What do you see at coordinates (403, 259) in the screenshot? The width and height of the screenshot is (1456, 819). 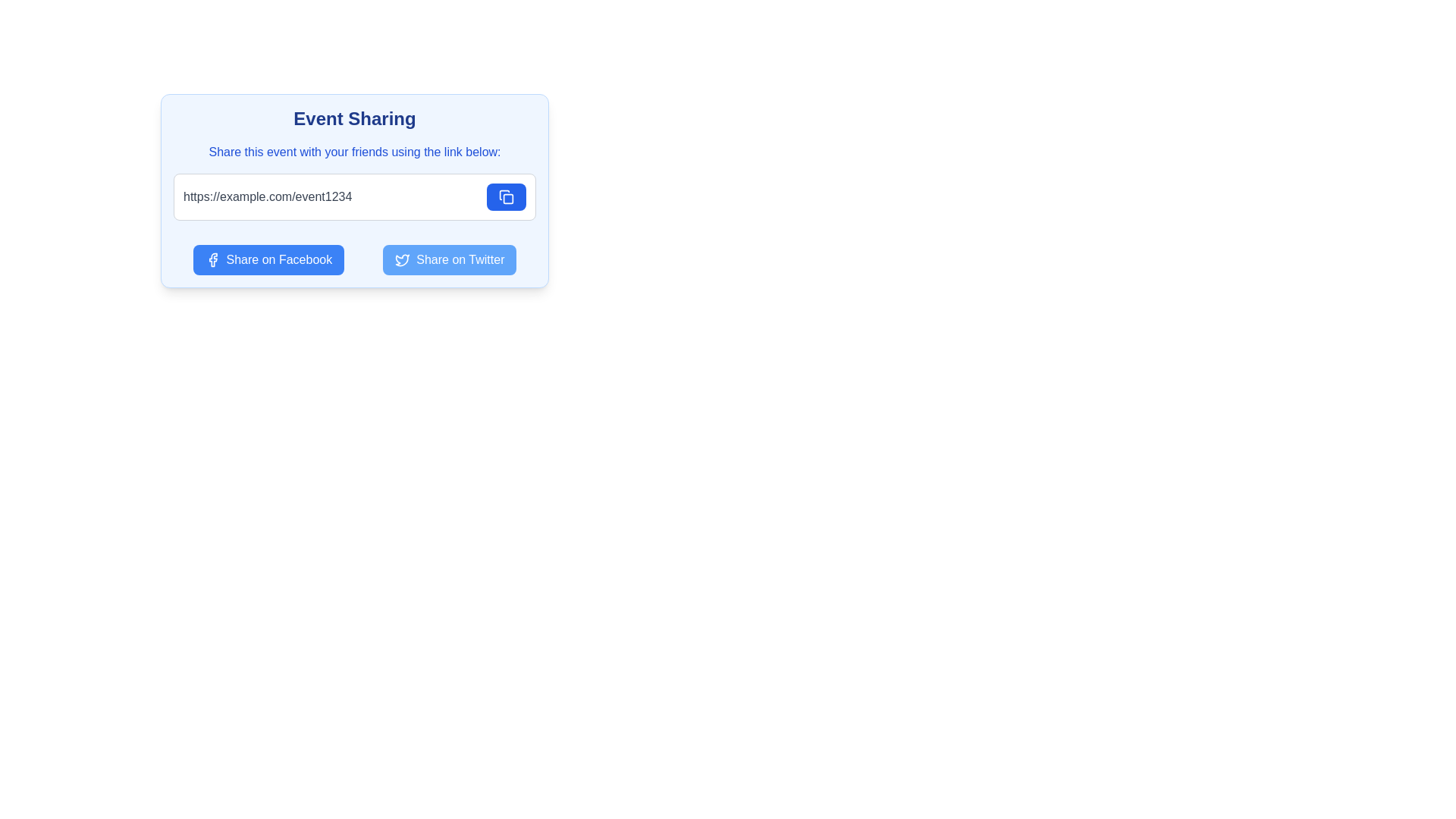 I see `the Twitter sharing icon, which is a white bird on a blue circular background, located within the 'Share on Twitter' button at the bottom-right section of the sharing interface` at bounding box center [403, 259].